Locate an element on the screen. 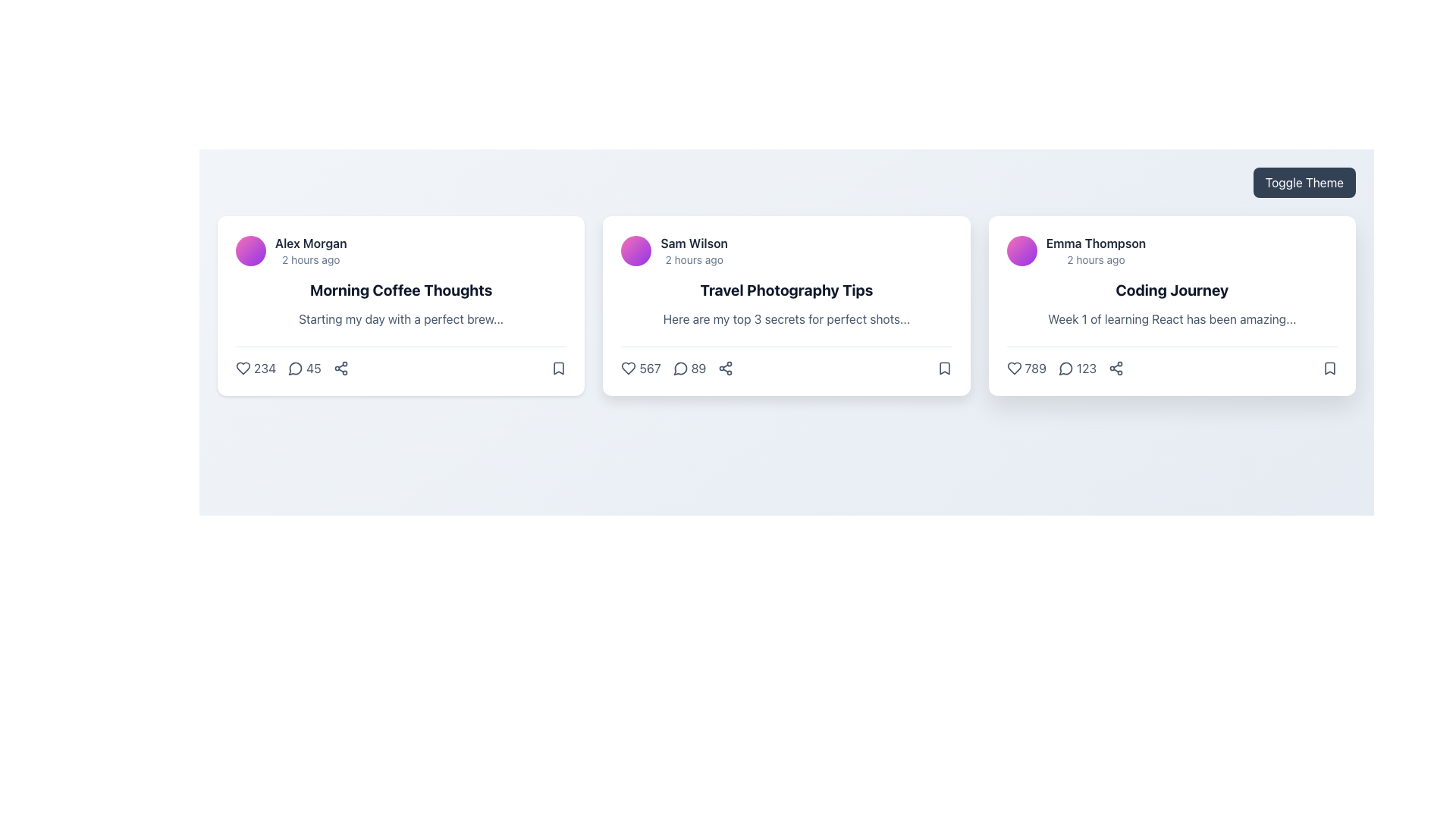  text content of the second textual component in the card interface, located below the username 'Emma Thompson' and timestamp '2 hours ago' is located at coordinates (1171, 290).